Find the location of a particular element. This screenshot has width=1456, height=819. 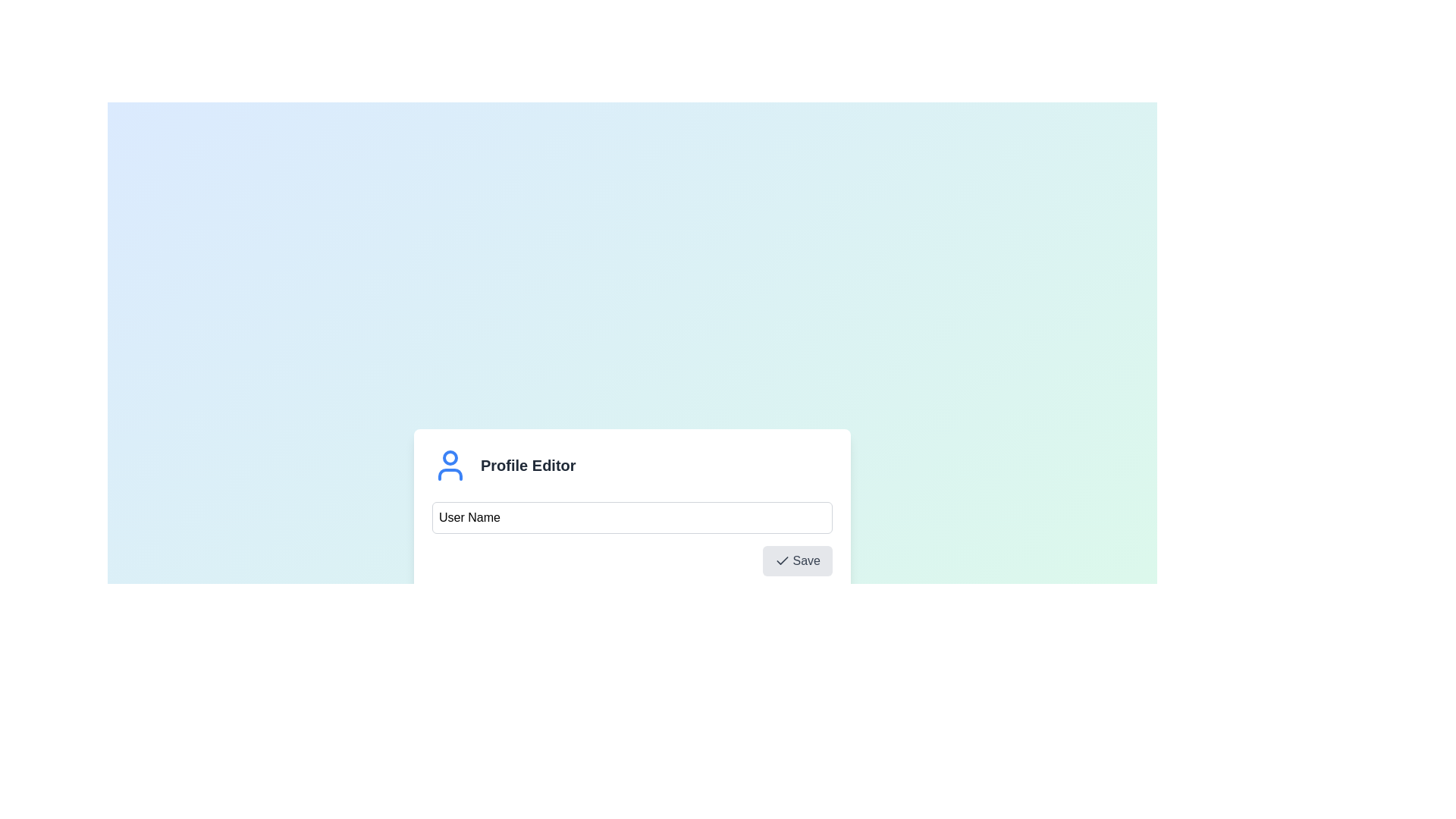

the text label of the 'Save' button located in the lower-right region of the light gray button containing a checkmark icon is located at coordinates (805, 561).